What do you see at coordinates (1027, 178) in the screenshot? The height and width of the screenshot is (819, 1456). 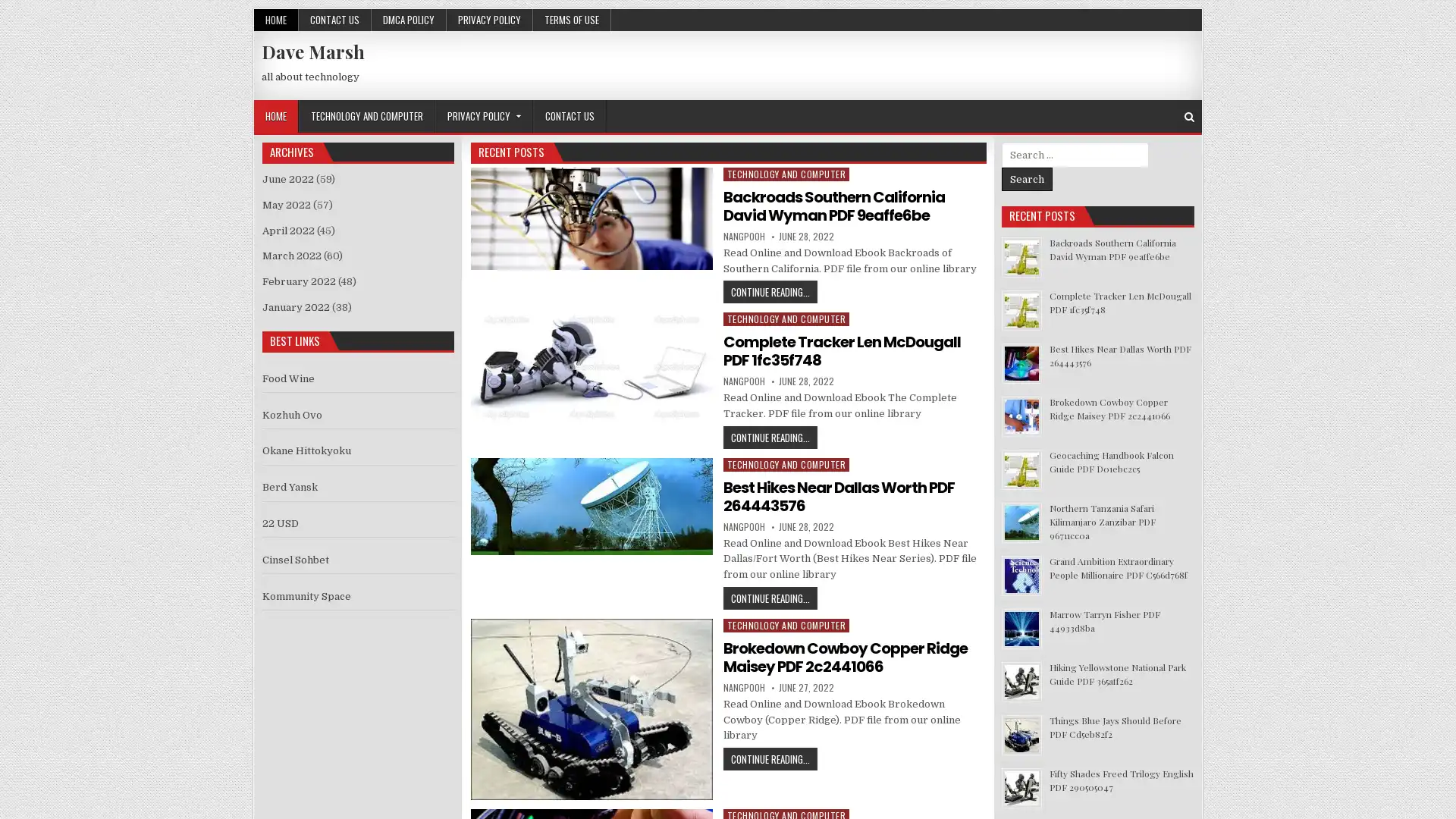 I see `Search` at bounding box center [1027, 178].